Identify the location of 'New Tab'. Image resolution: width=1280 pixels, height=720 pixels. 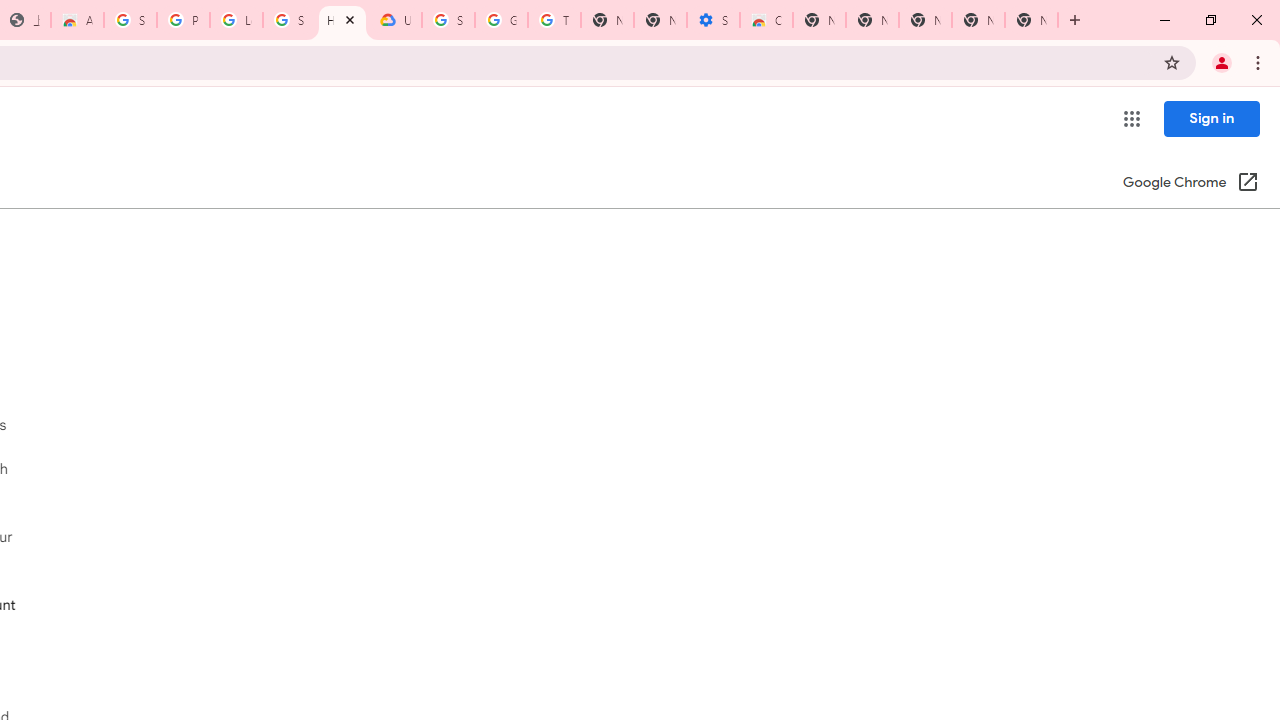
(1031, 20).